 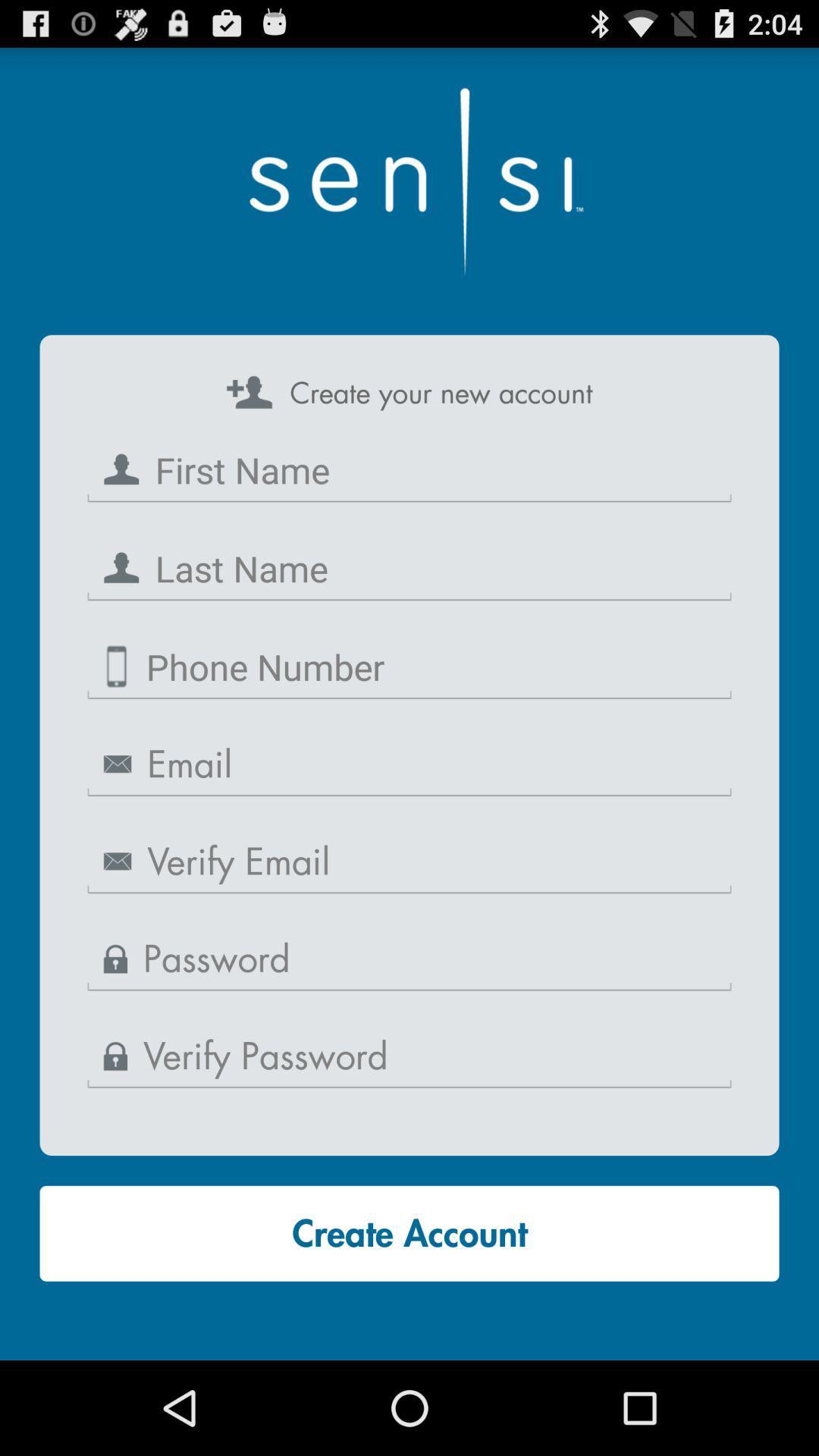 I want to click on input information, so click(x=409, y=959).